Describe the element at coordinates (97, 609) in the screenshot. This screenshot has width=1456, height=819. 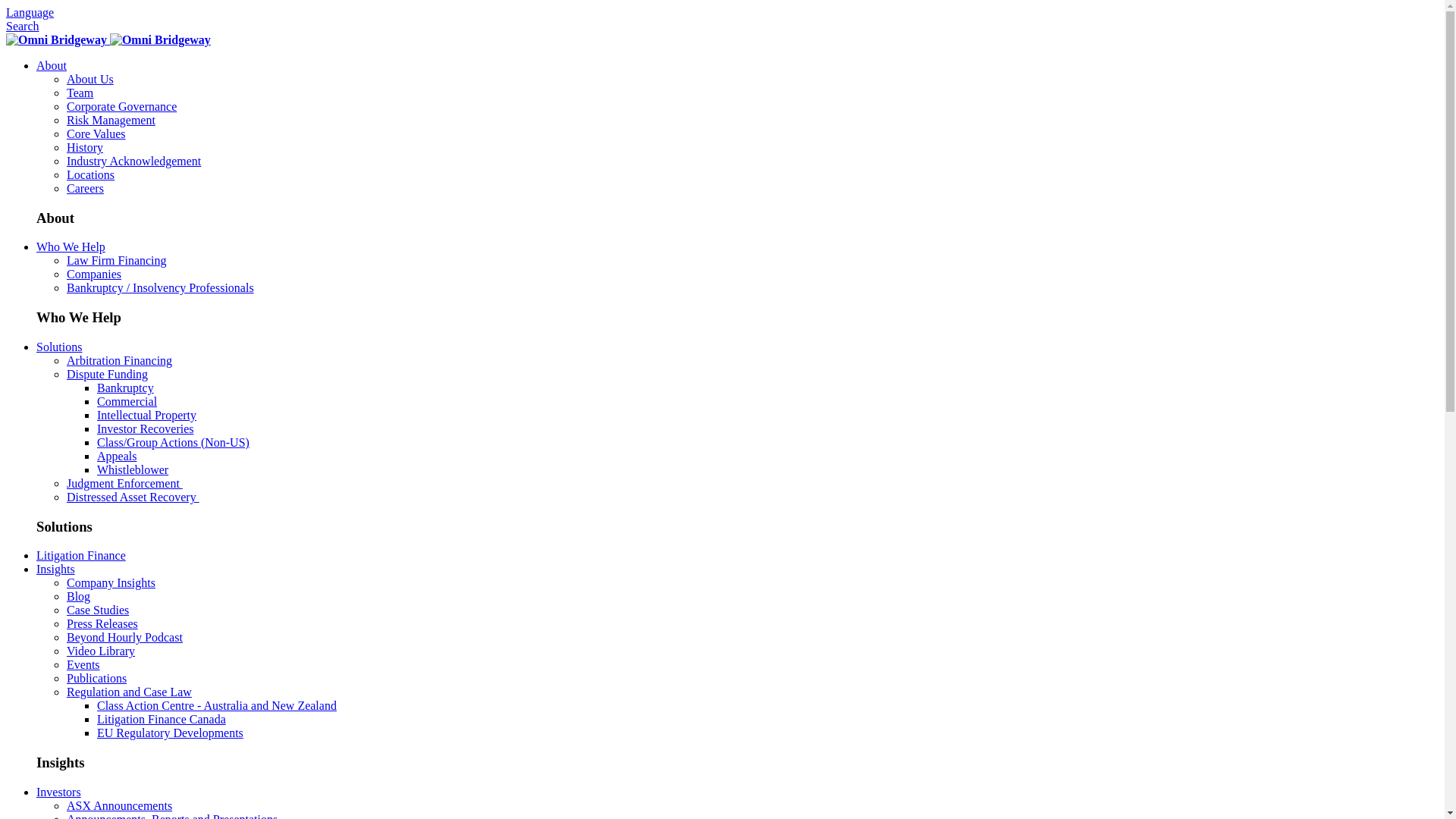
I see `'Case Studies'` at that location.